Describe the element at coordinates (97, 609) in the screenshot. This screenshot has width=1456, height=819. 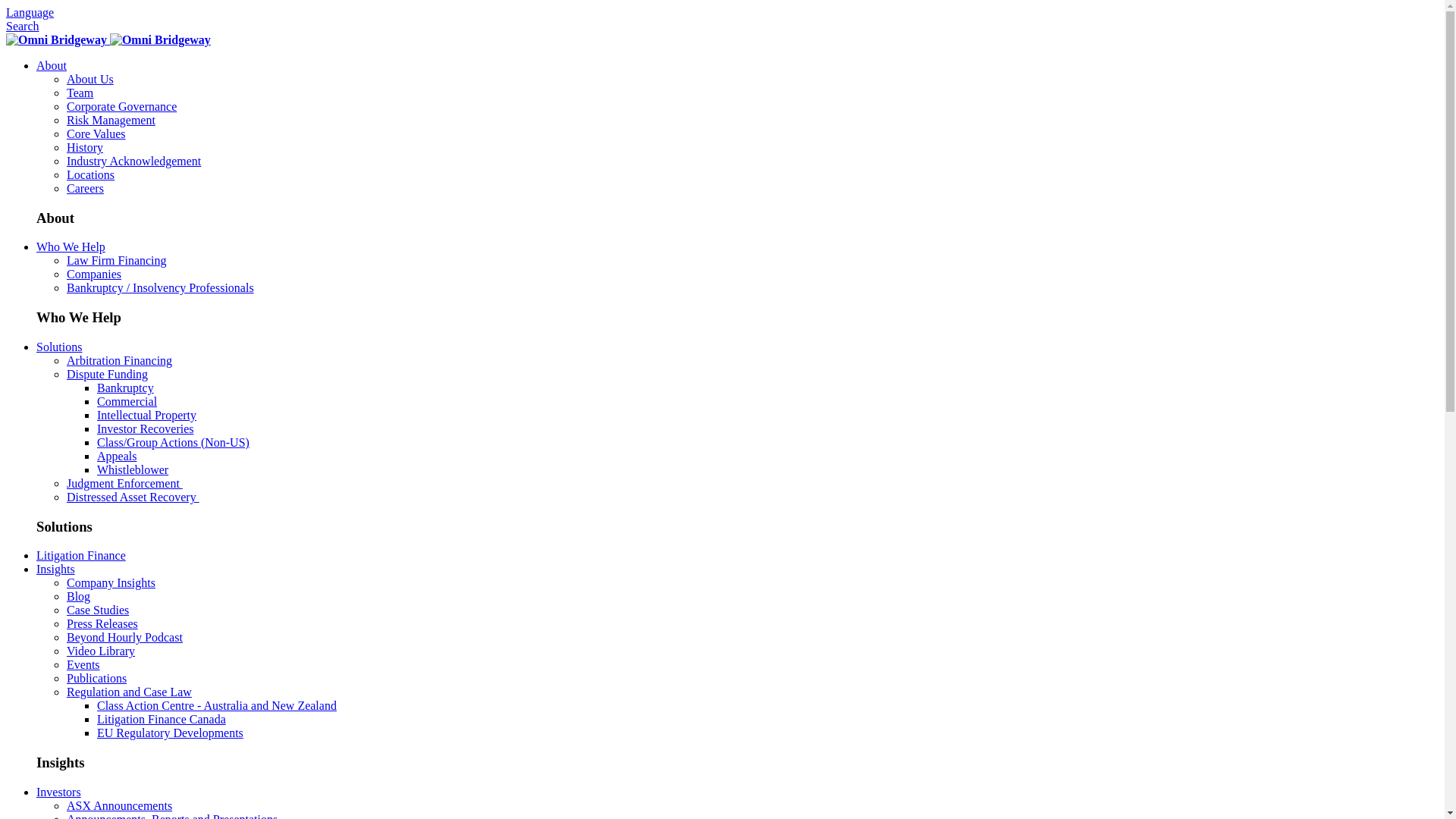
I see `'Case Studies'` at that location.